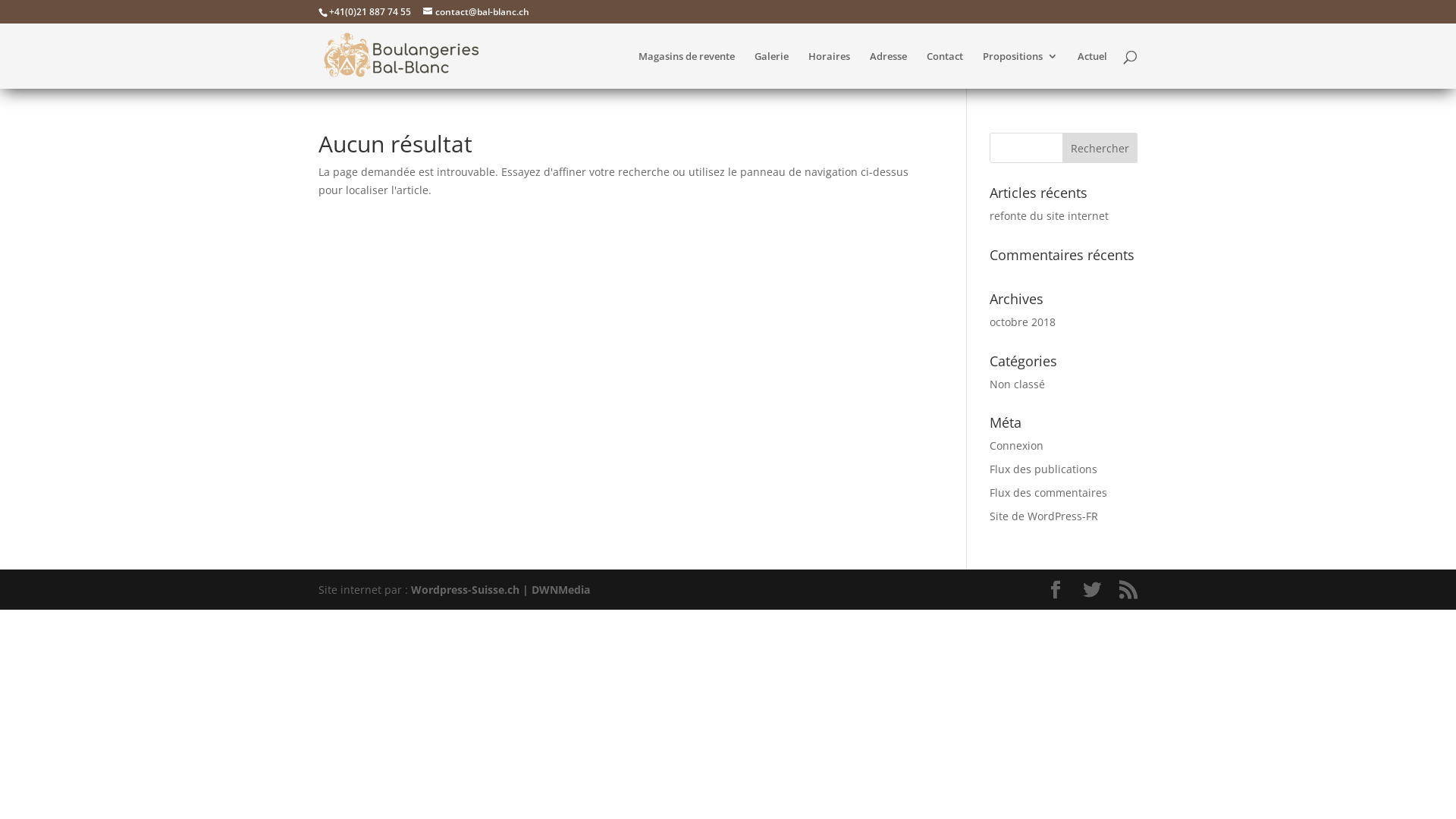 The image size is (1456, 819). I want to click on 'Adresse', so click(888, 70).